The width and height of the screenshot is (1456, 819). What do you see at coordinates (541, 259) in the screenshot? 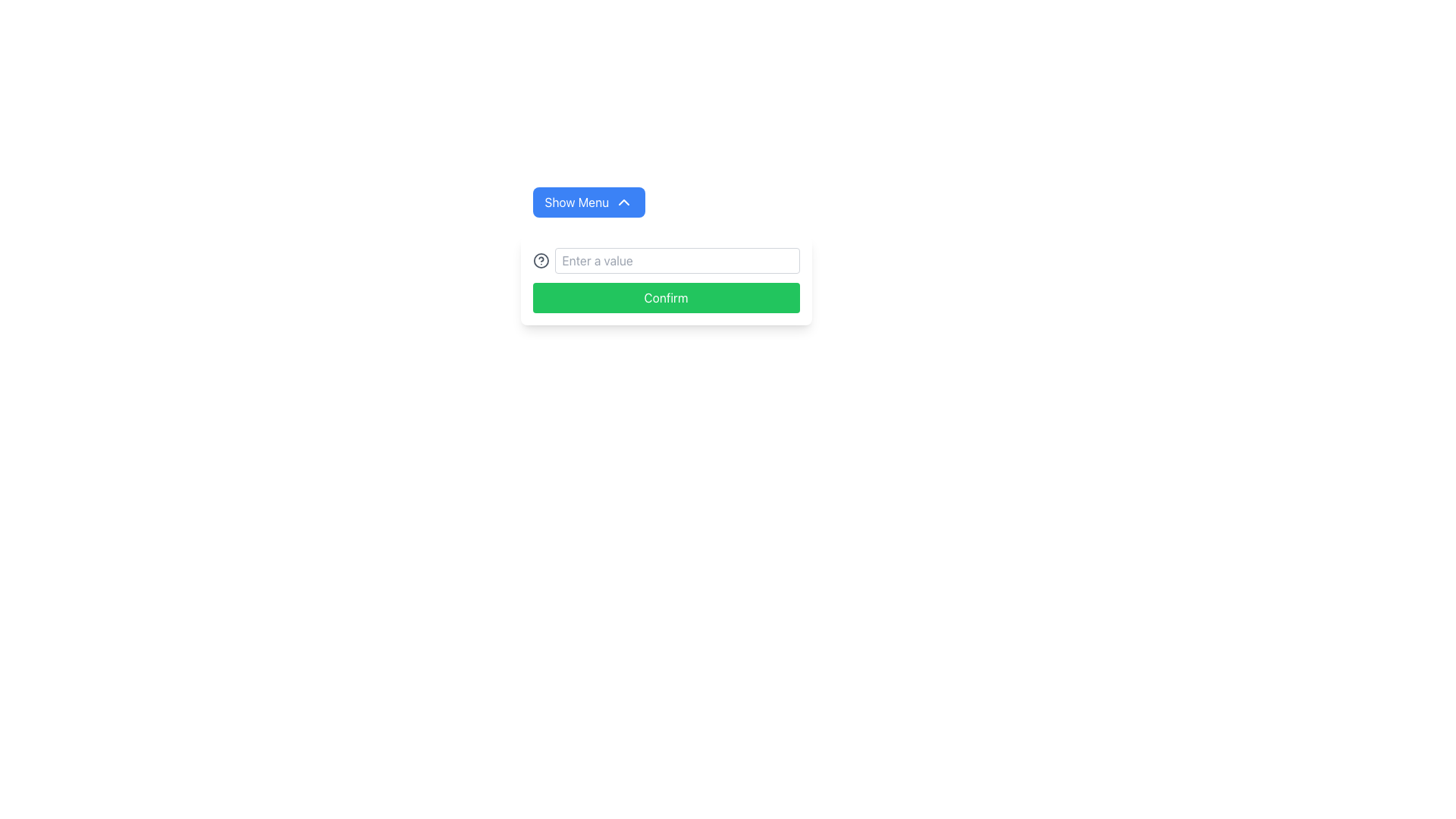
I see `the circular informational icon located on the left side of the text input field labeled 'Enter a value'` at bounding box center [541, 259].